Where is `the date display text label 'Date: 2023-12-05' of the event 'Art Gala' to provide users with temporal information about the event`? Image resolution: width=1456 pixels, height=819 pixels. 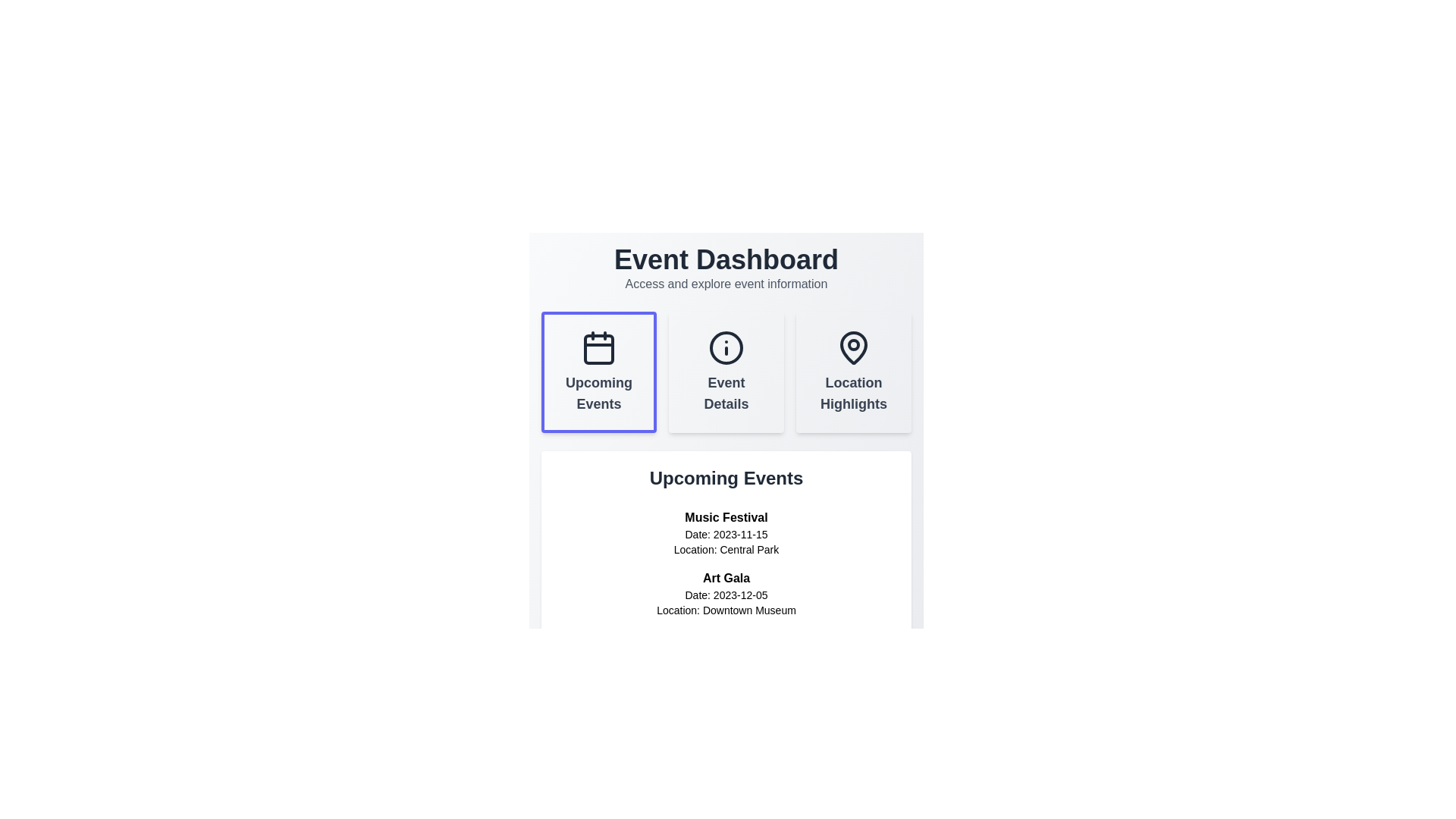
the date display text label 'Date: 2023-12-05' of the event 'Art Gala' to provide users with temporal information about the event is located at coordinates (726, 595).